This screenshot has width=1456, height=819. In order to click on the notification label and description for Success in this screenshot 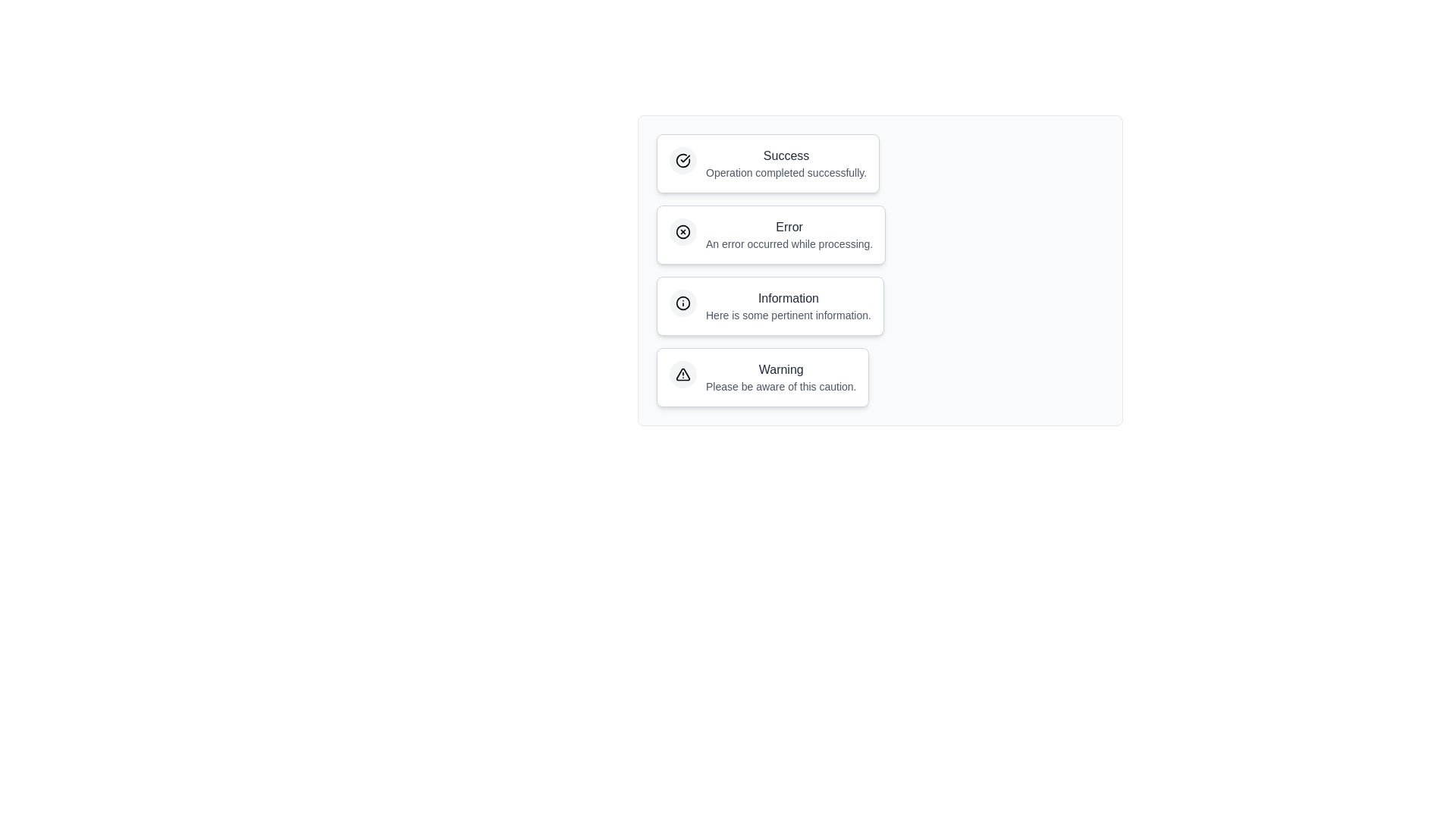, I will do `click(768, 164)`.